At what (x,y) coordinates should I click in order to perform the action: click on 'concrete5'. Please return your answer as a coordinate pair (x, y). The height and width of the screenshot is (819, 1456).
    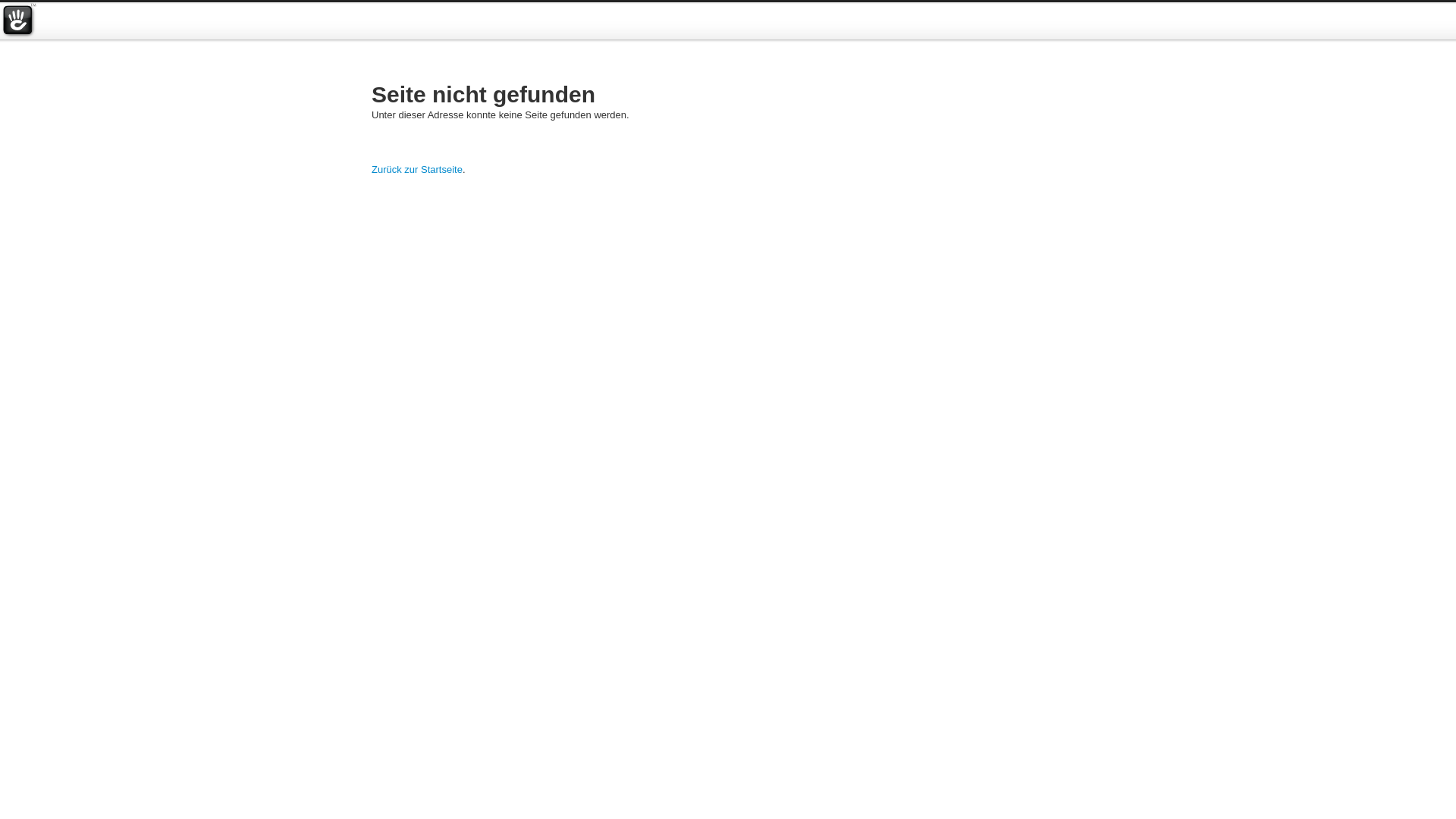
    Looking at the image, I should click on (18, 20).